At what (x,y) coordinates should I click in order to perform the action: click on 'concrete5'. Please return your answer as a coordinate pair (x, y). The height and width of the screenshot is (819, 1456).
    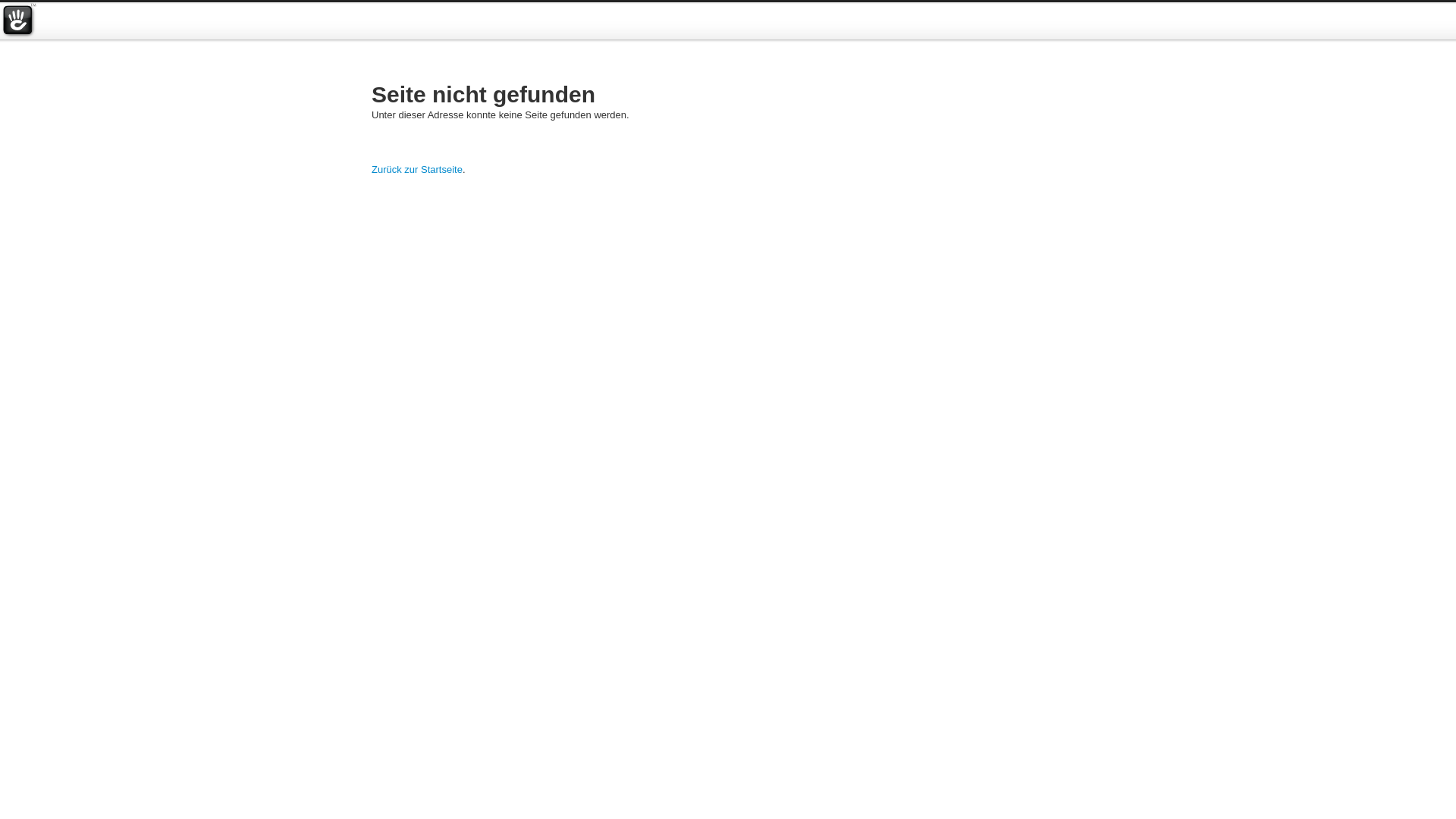
    Looking at the image, I should click on (18, 20).